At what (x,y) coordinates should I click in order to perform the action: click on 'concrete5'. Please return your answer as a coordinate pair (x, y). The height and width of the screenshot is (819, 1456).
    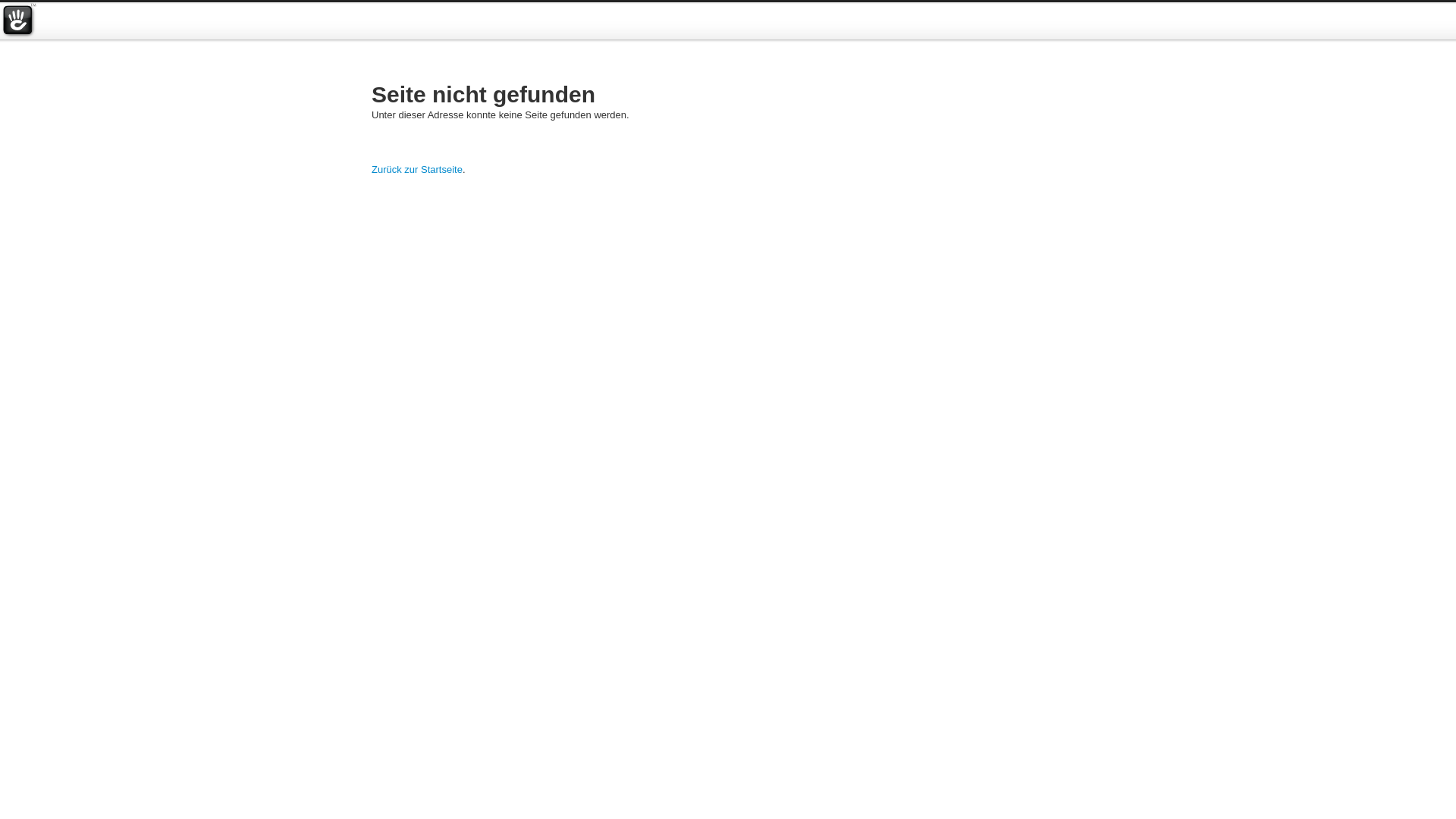
    Looking at the image, I should click on (18, 20).